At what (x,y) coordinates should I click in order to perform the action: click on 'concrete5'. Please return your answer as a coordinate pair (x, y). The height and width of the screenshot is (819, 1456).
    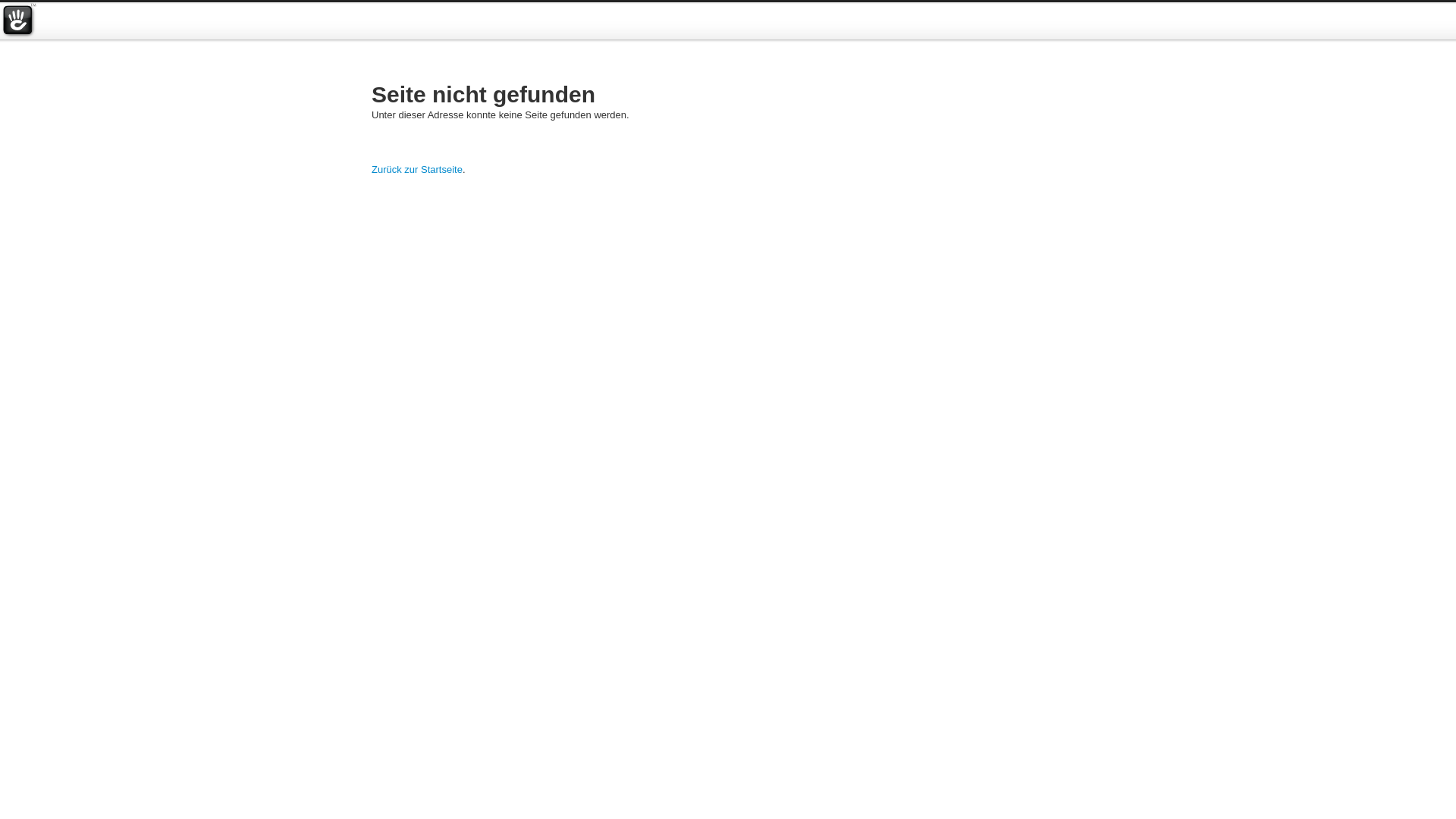
    Looking at the image, I should click on (18, 20).